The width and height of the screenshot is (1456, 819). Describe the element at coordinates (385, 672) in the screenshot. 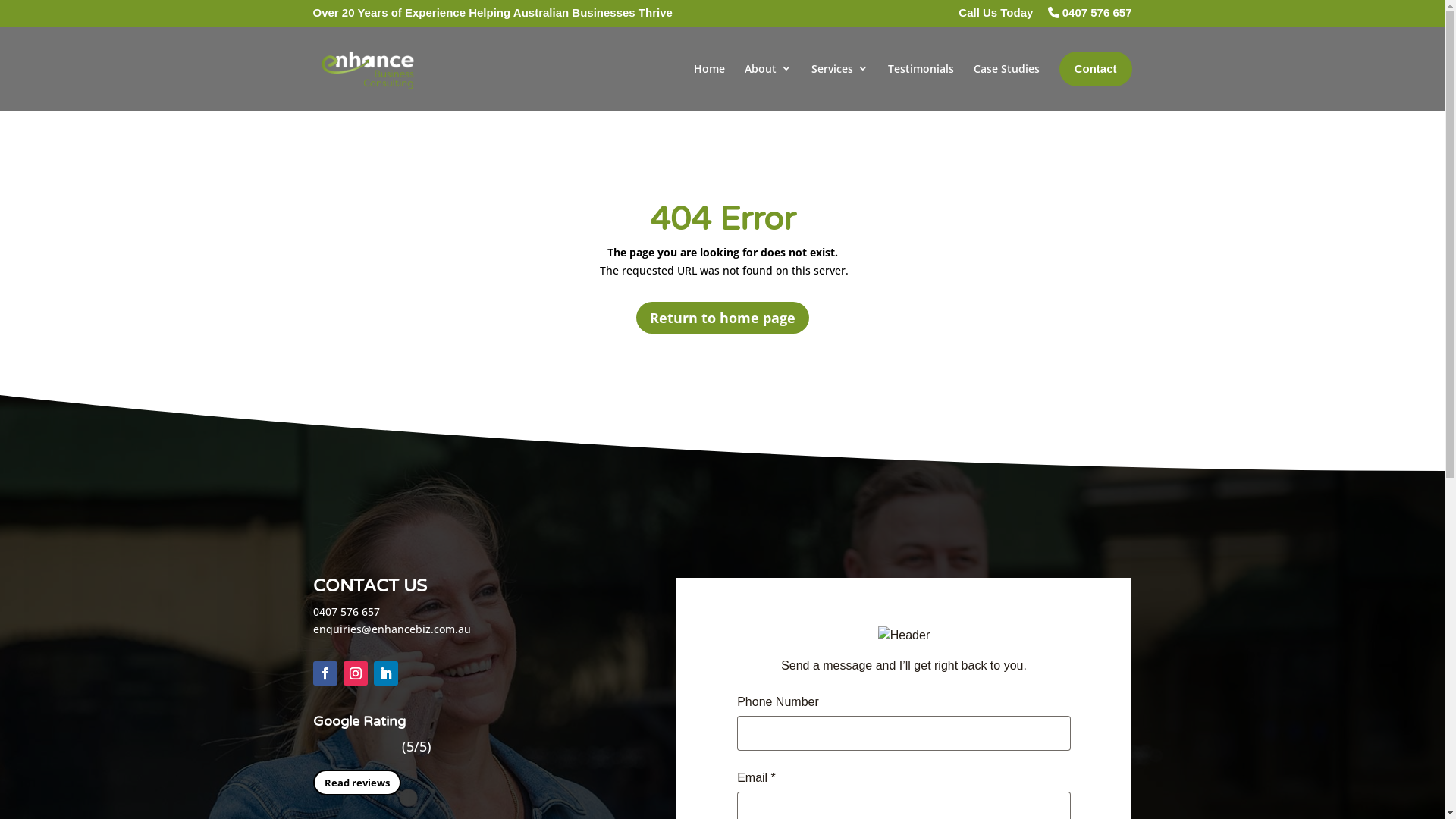

I see `'Follow on LinkedIn'` at that location.